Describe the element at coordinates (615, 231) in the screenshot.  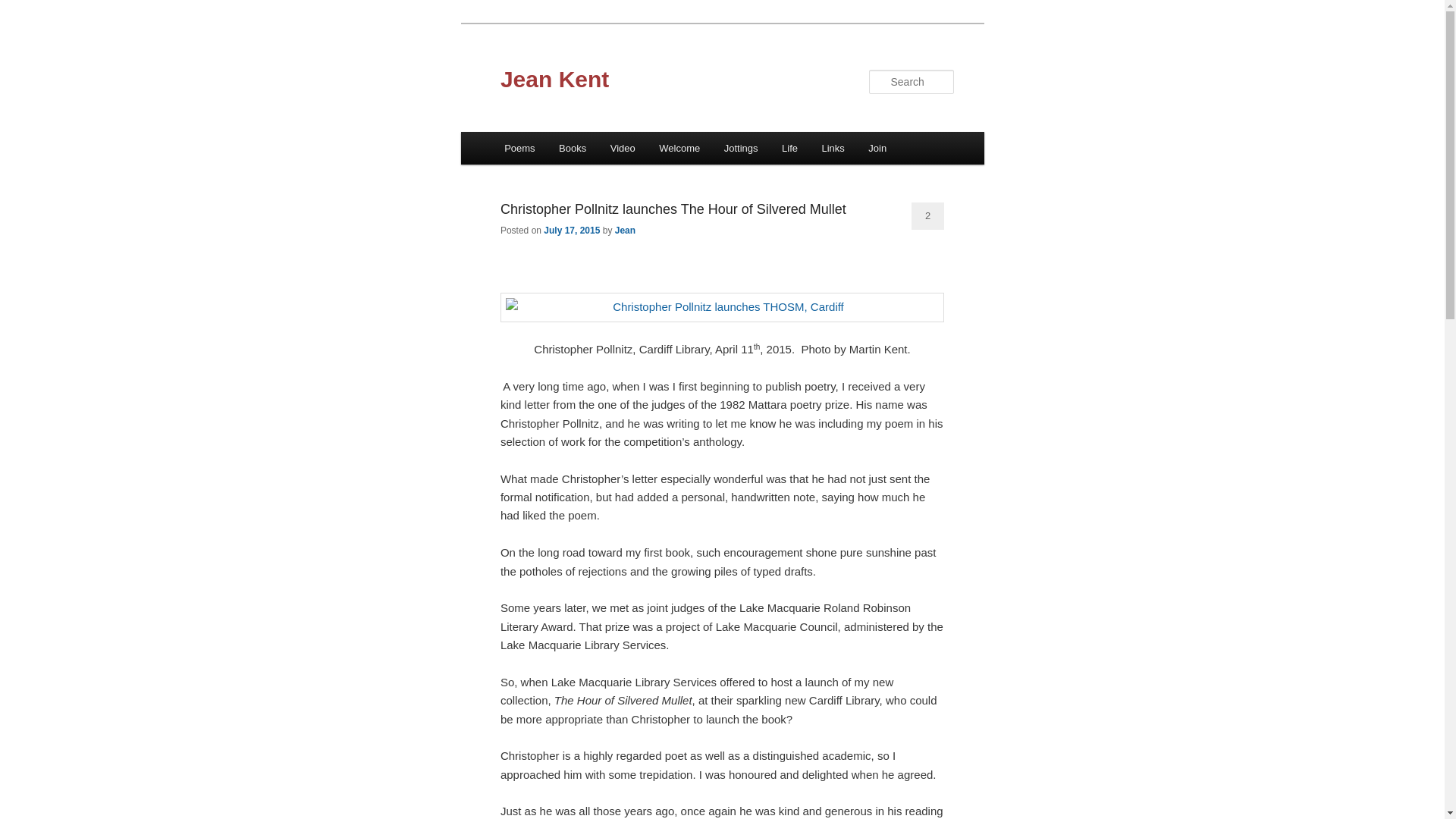
I see `'Jean'` at that location.